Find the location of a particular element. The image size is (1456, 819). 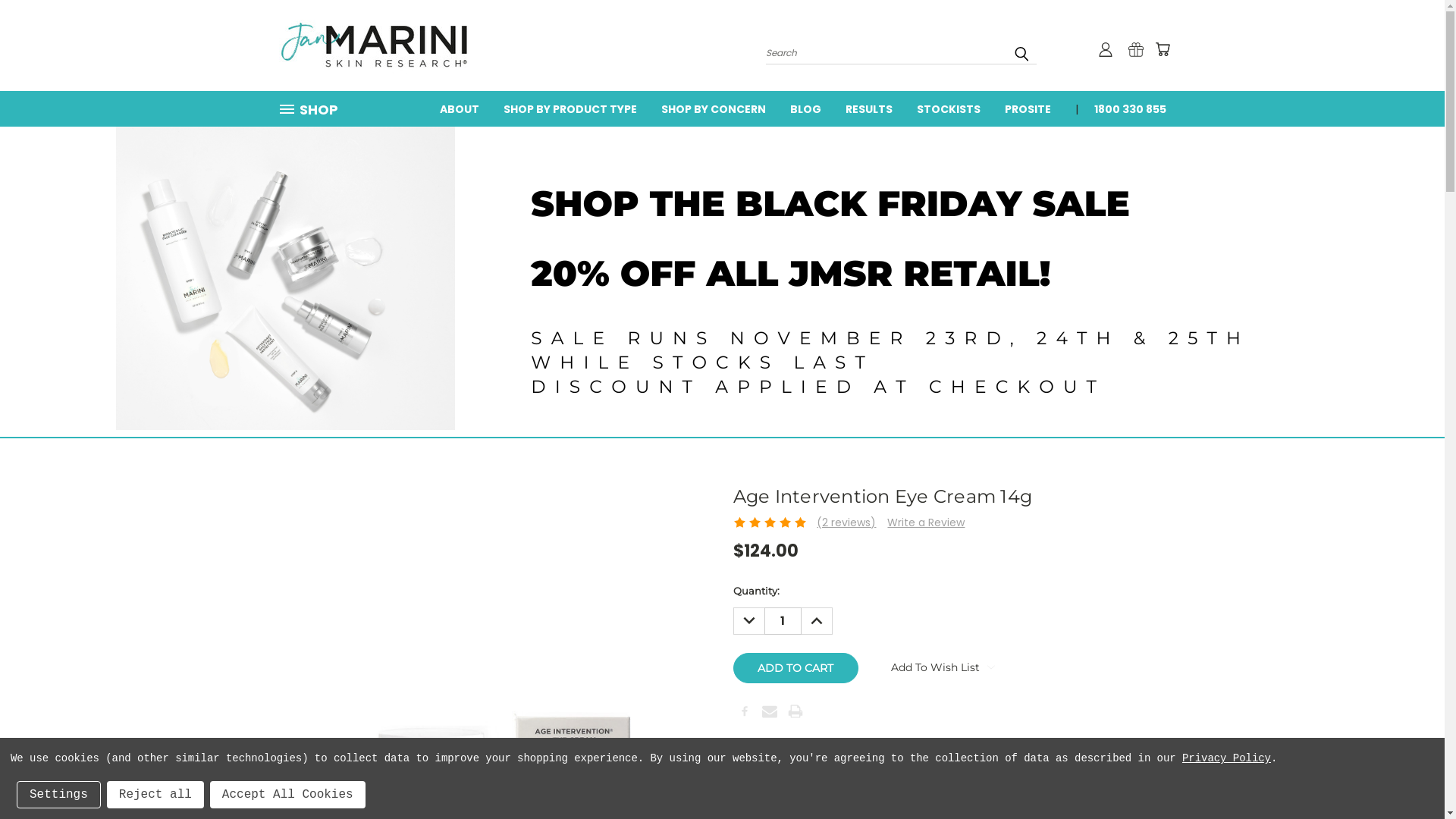

'(2 reviews)' is located at coordinates (846, 522).